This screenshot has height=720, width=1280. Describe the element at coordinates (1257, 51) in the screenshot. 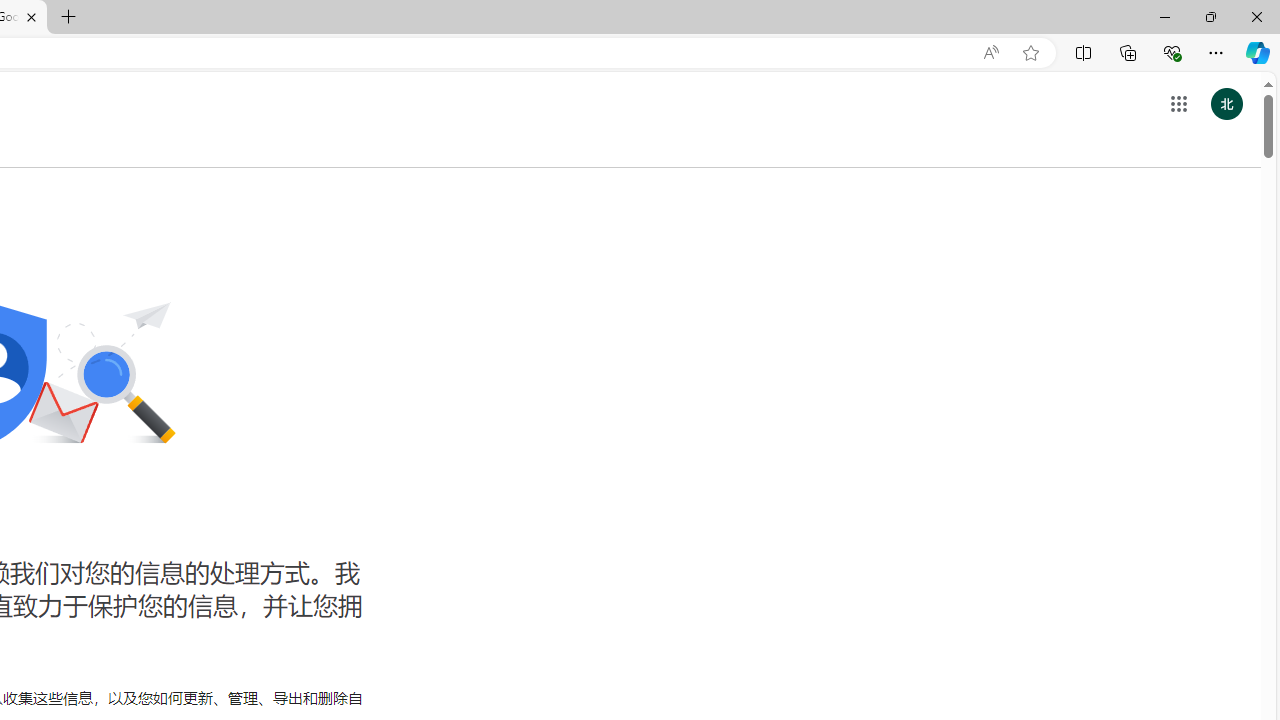

I see `'Copilot (Ctrl+Shift+.)'` at that location.